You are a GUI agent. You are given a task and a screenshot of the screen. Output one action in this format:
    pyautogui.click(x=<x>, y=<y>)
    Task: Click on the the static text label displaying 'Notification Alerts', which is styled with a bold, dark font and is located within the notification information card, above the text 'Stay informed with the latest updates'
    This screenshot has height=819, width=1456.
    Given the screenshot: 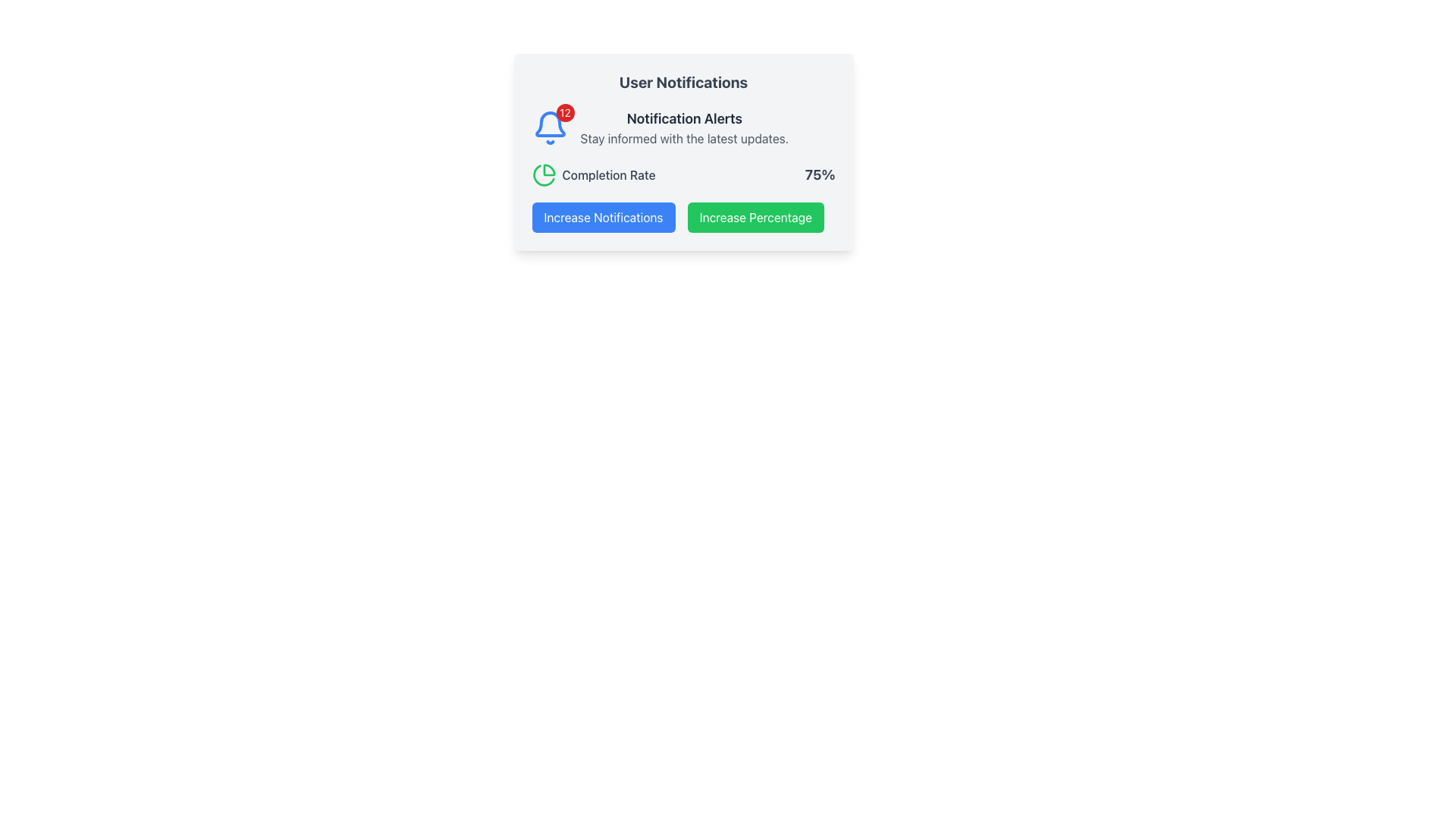 What is the action you would take?
    pyautogui.click(x=683, y=118)
    